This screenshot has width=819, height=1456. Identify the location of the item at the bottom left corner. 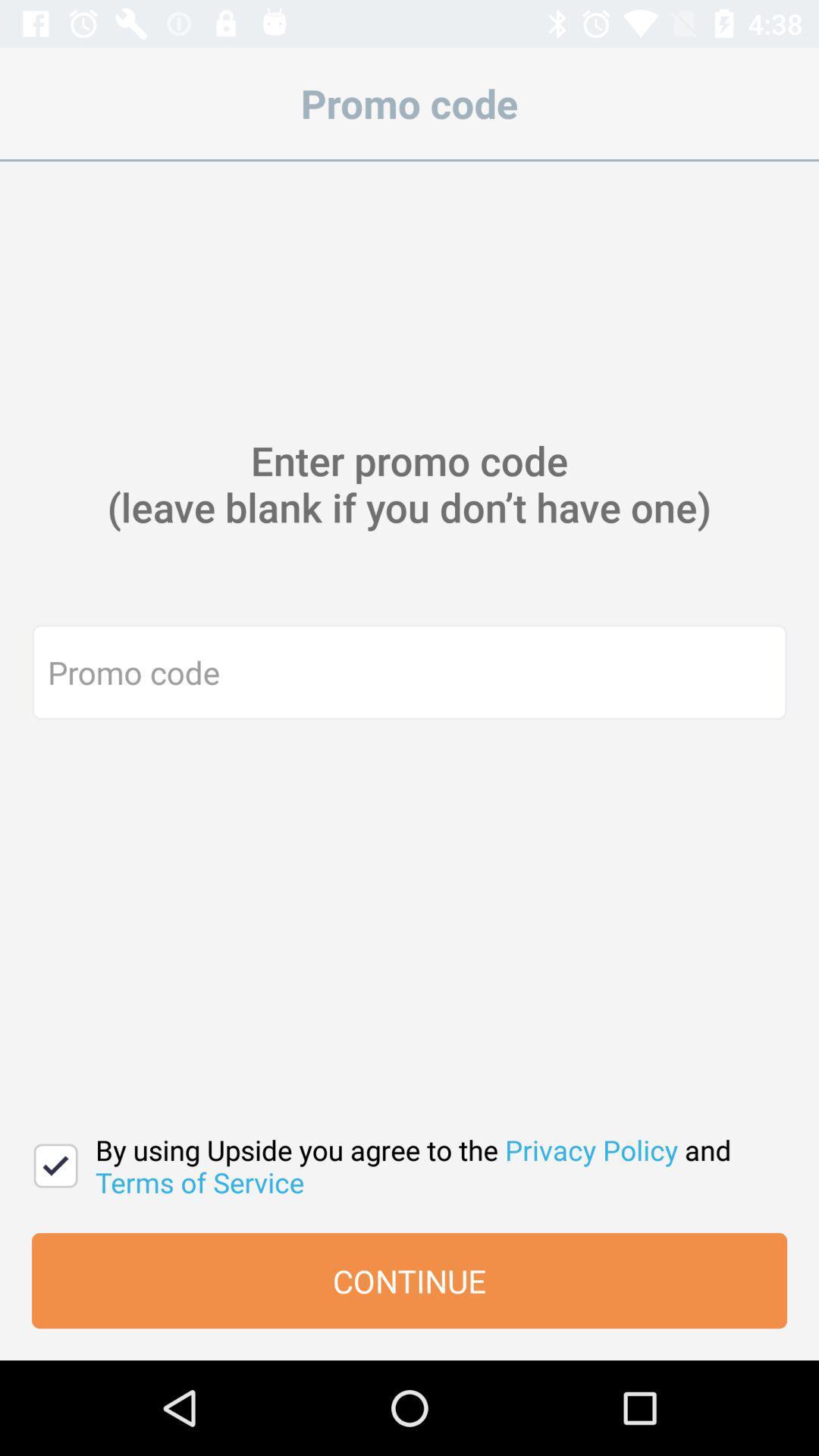
(55, 1165).